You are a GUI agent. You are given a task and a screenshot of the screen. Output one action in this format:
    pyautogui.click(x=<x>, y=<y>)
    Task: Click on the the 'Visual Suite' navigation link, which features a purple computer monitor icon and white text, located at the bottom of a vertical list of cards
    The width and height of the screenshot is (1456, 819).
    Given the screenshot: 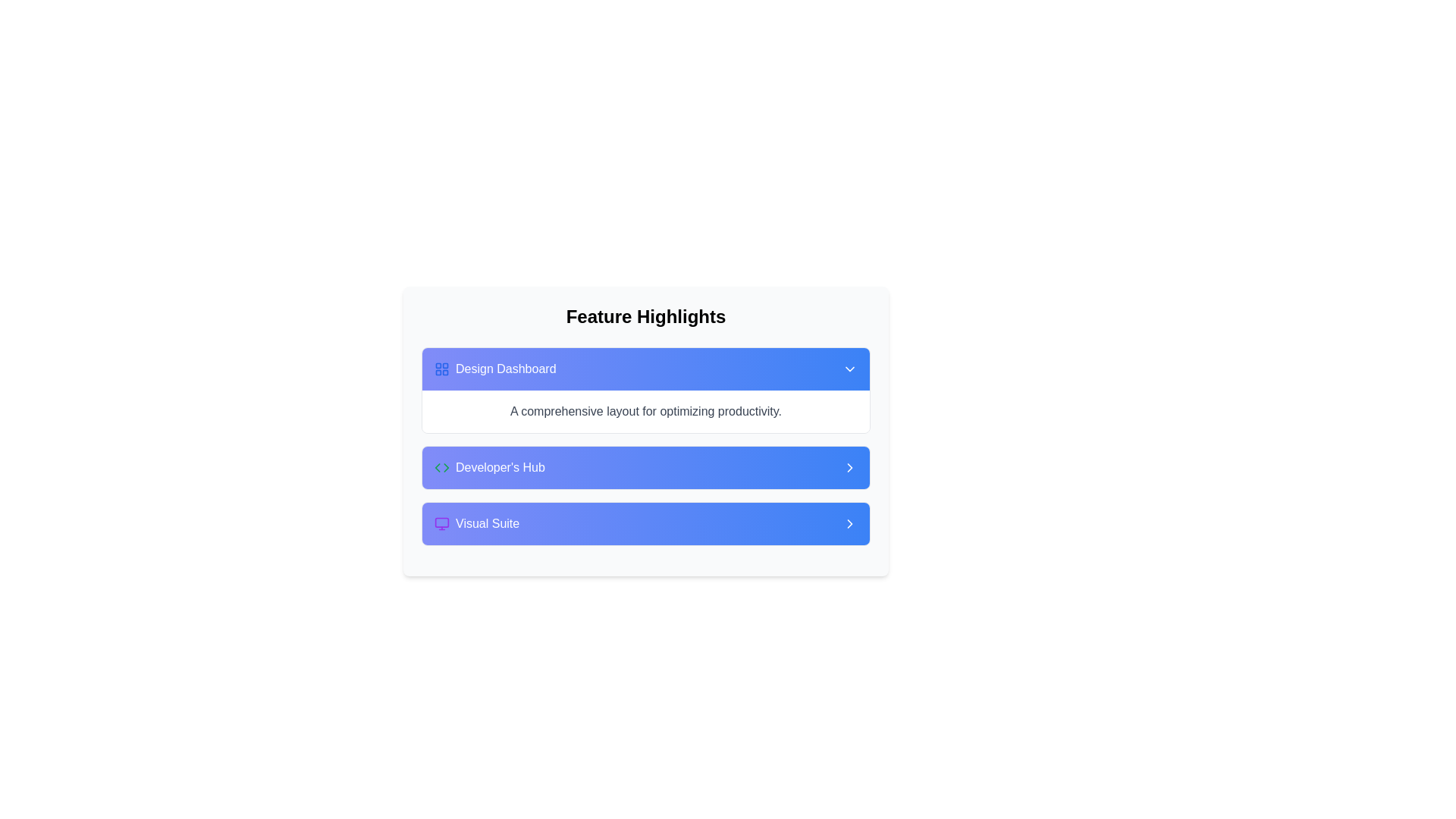 What is the action you would take?
    pyautogui.click(x=476, y=522)
    